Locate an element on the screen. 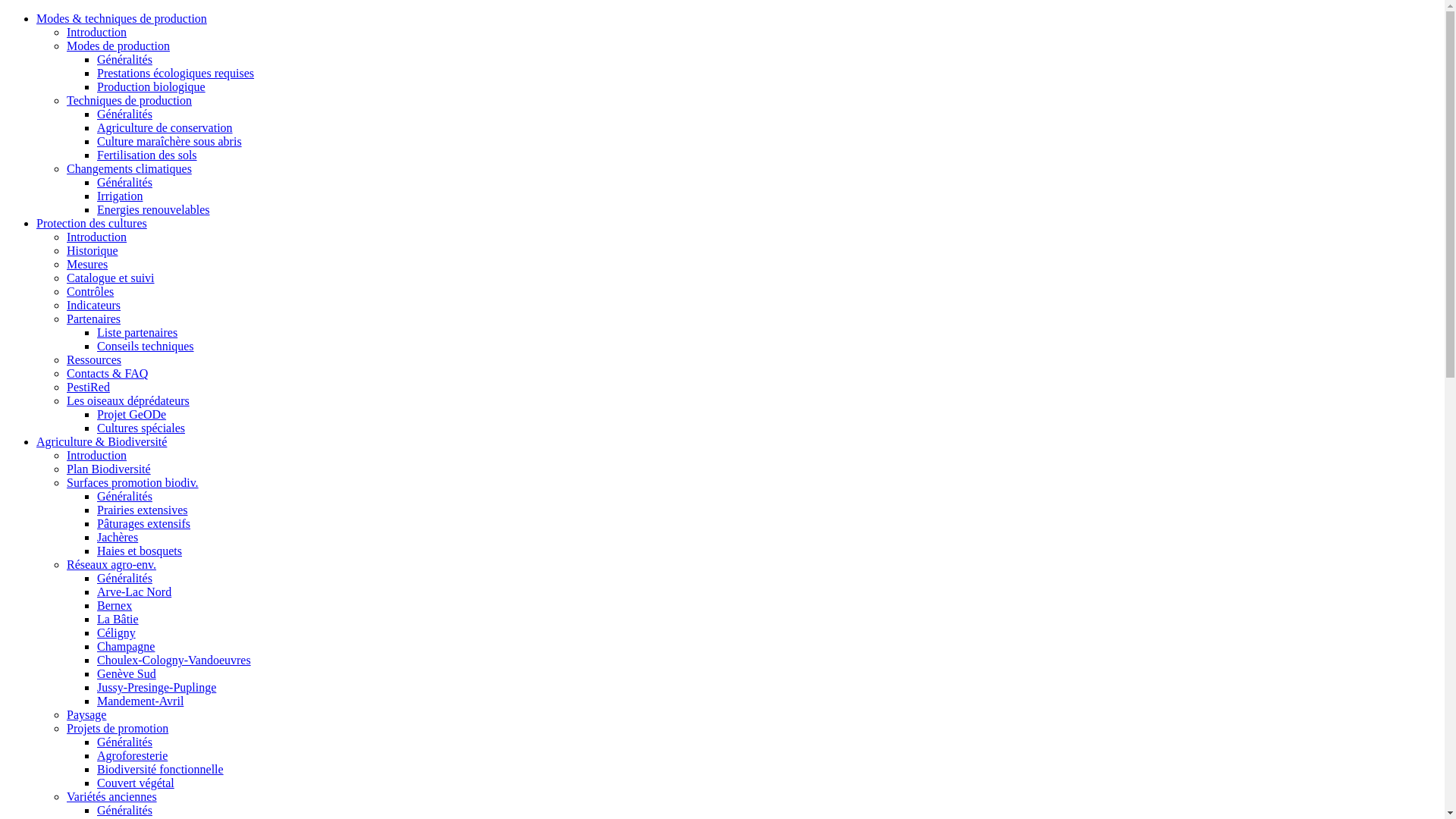 The width and height of the screenshot is (1456, 819). 'Champagne' is located at coordinates (126, 646).